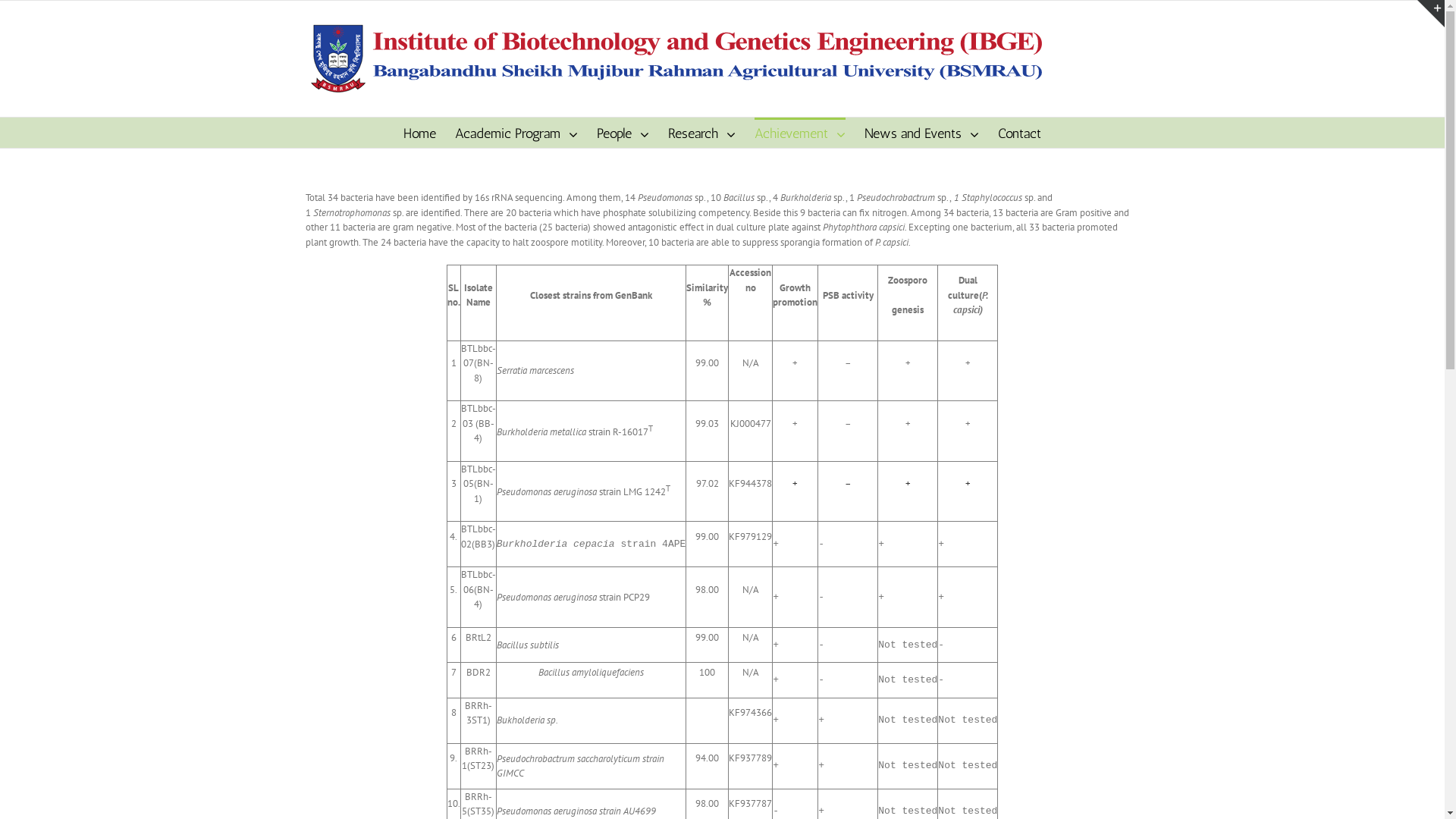 The image size is (1456, 819). I want to click on 'Toggle Sliding Bar Area', so click(1429, 14).